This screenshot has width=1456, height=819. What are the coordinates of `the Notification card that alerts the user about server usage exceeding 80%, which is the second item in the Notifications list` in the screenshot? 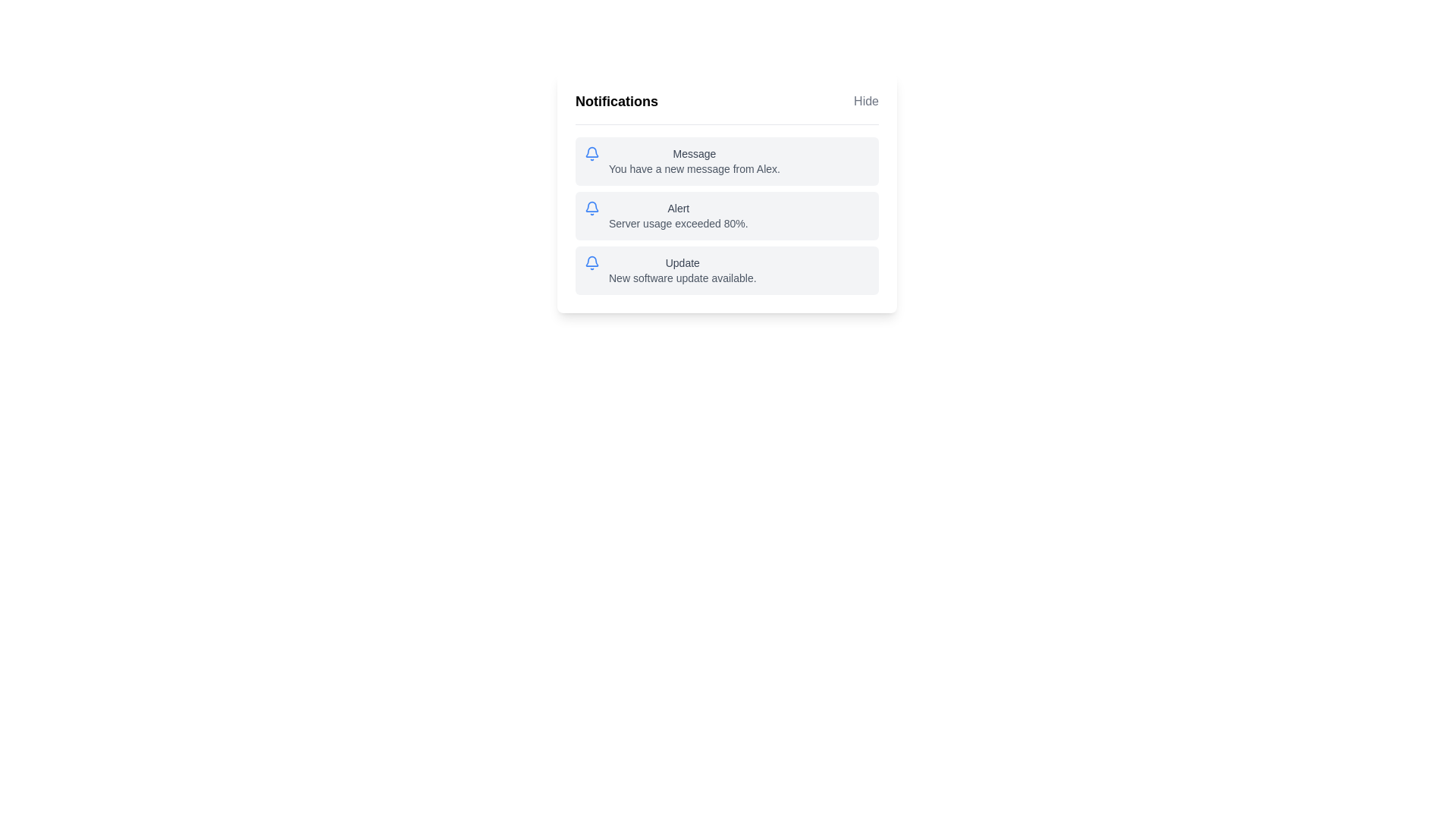 It's located at (726, 216).